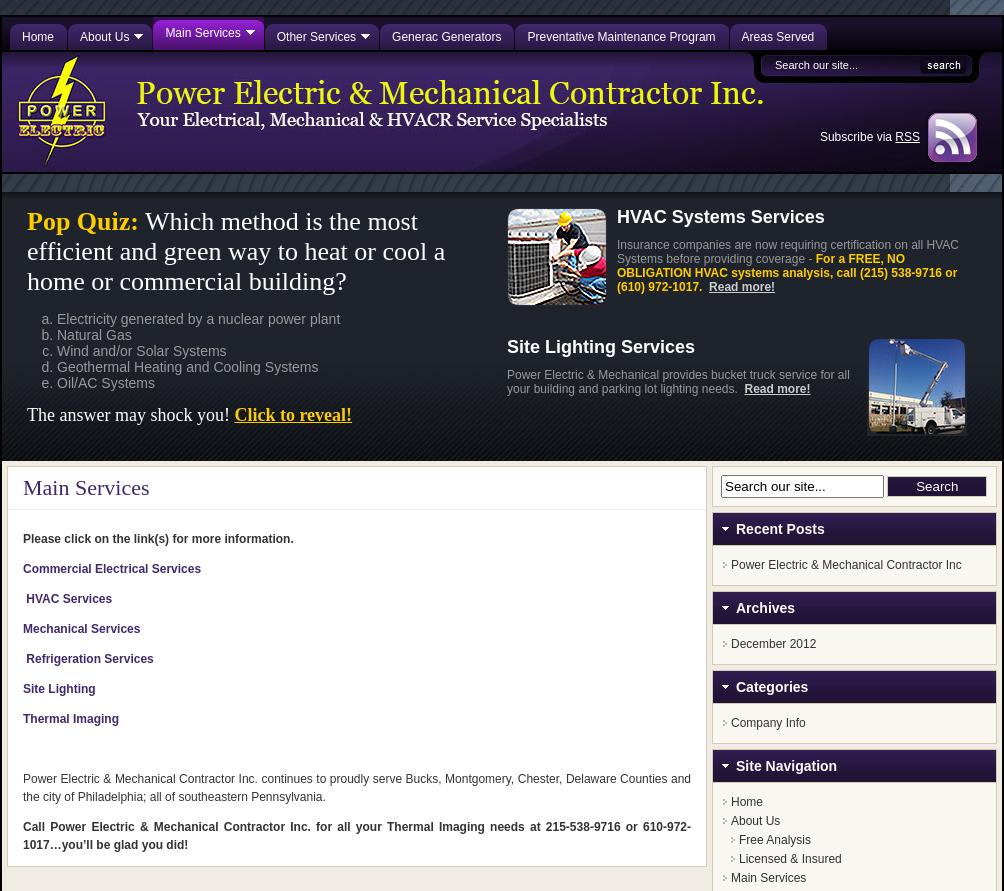 The height and width of the screenshot is (891, 1004). What do you see at coordinates (745, 801) in the screenshot?
I see `'Home'` at bounding box center [745, 801].